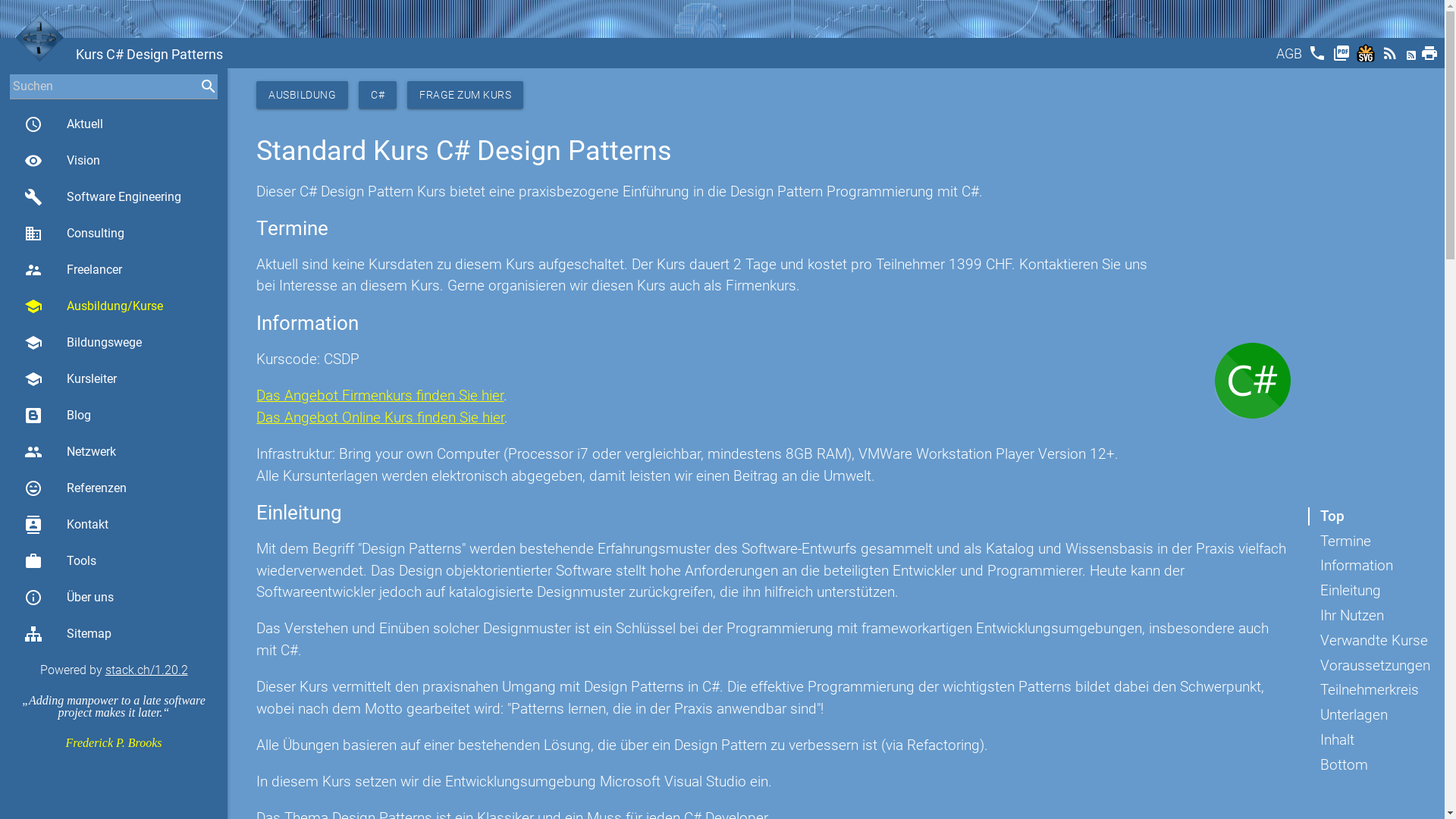 The width and height of the screenshot is (1456, 819). What do you see at coordinates (1411, 57) in the screenshot?
I see `'Atom'` at bounding box center [1411, 57].